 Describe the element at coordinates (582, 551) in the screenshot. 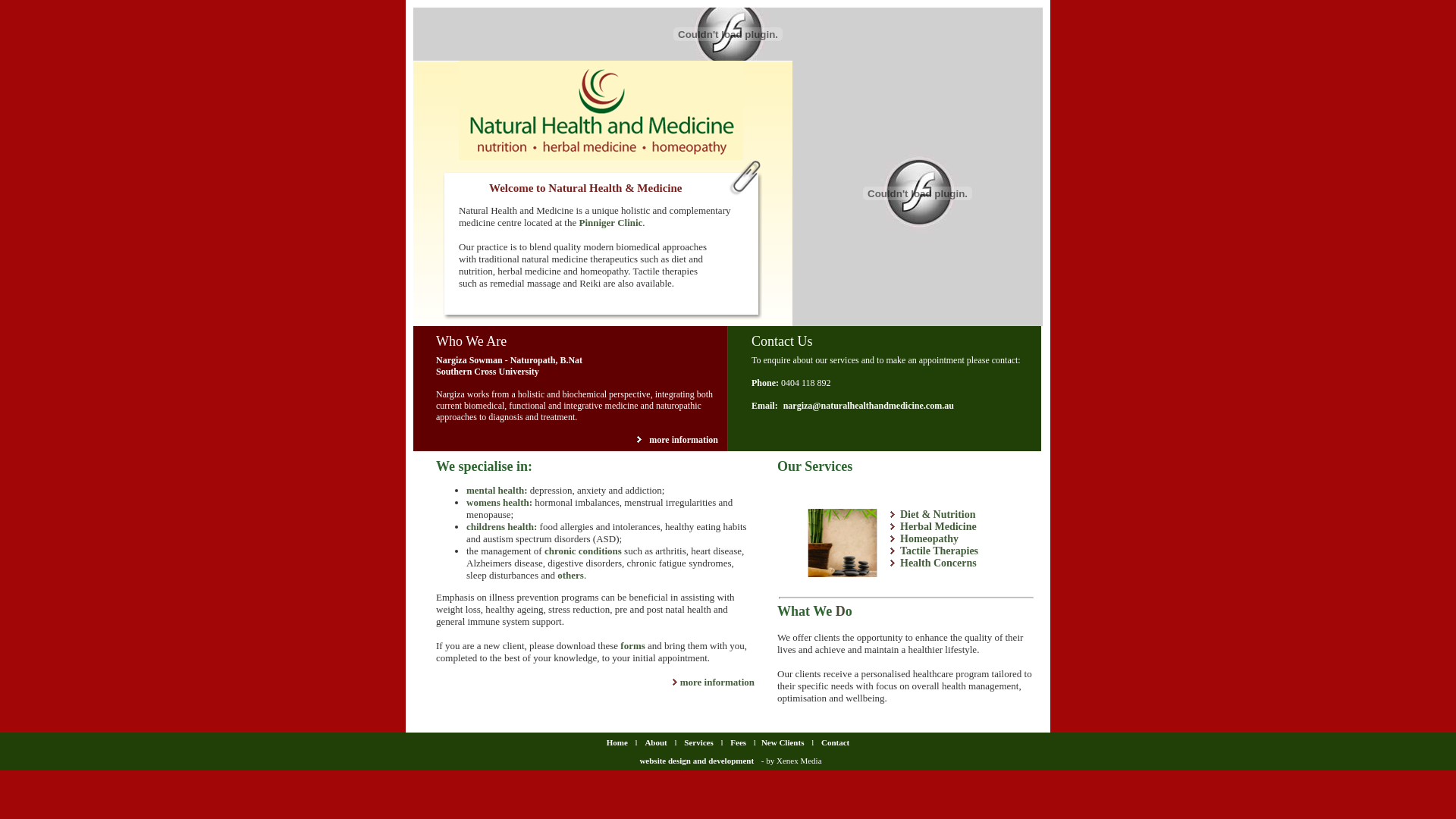

I see `'chronic conditions'` at that location.